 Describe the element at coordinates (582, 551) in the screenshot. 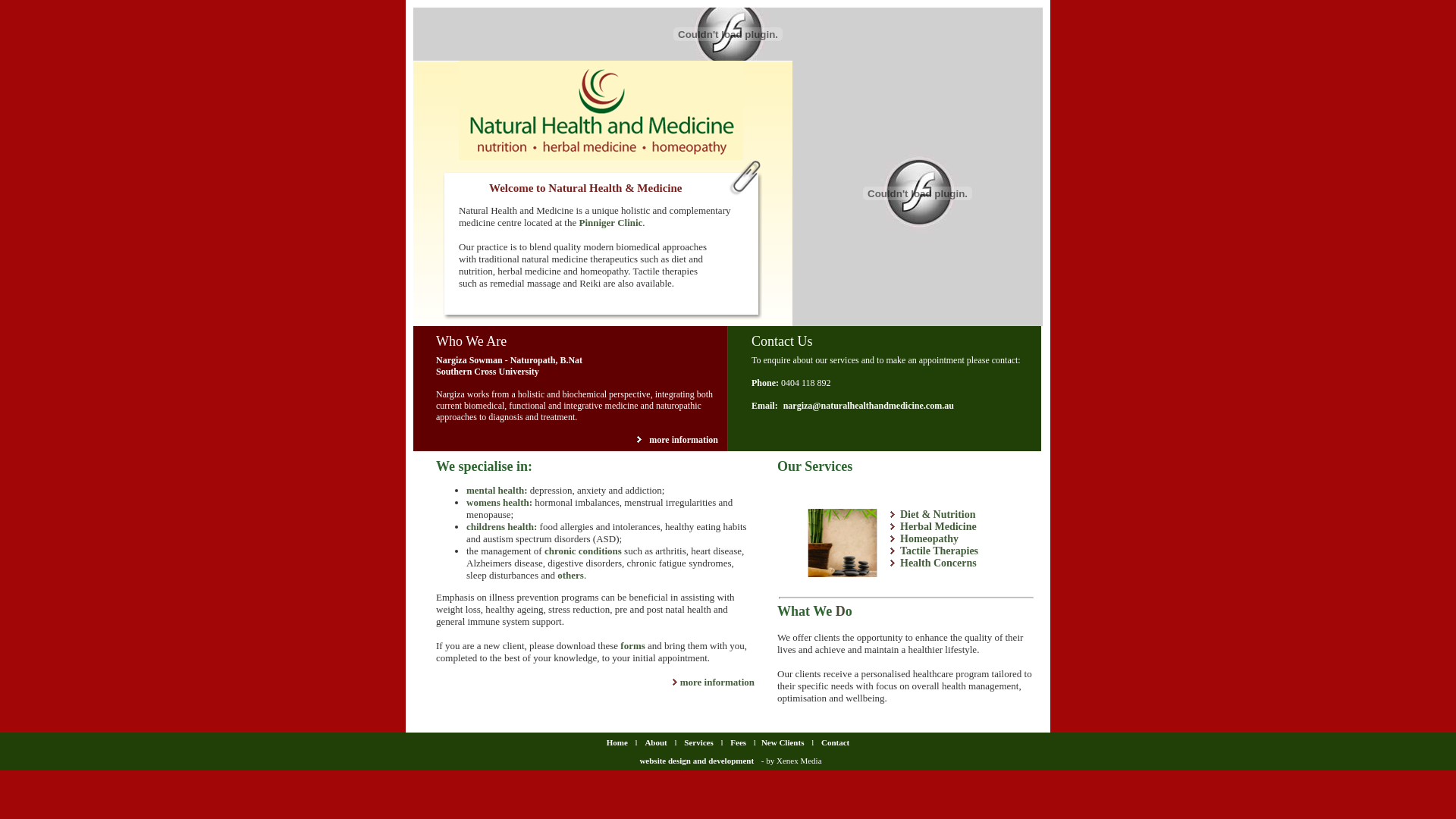

I see `'chronic conditions'` at that location.